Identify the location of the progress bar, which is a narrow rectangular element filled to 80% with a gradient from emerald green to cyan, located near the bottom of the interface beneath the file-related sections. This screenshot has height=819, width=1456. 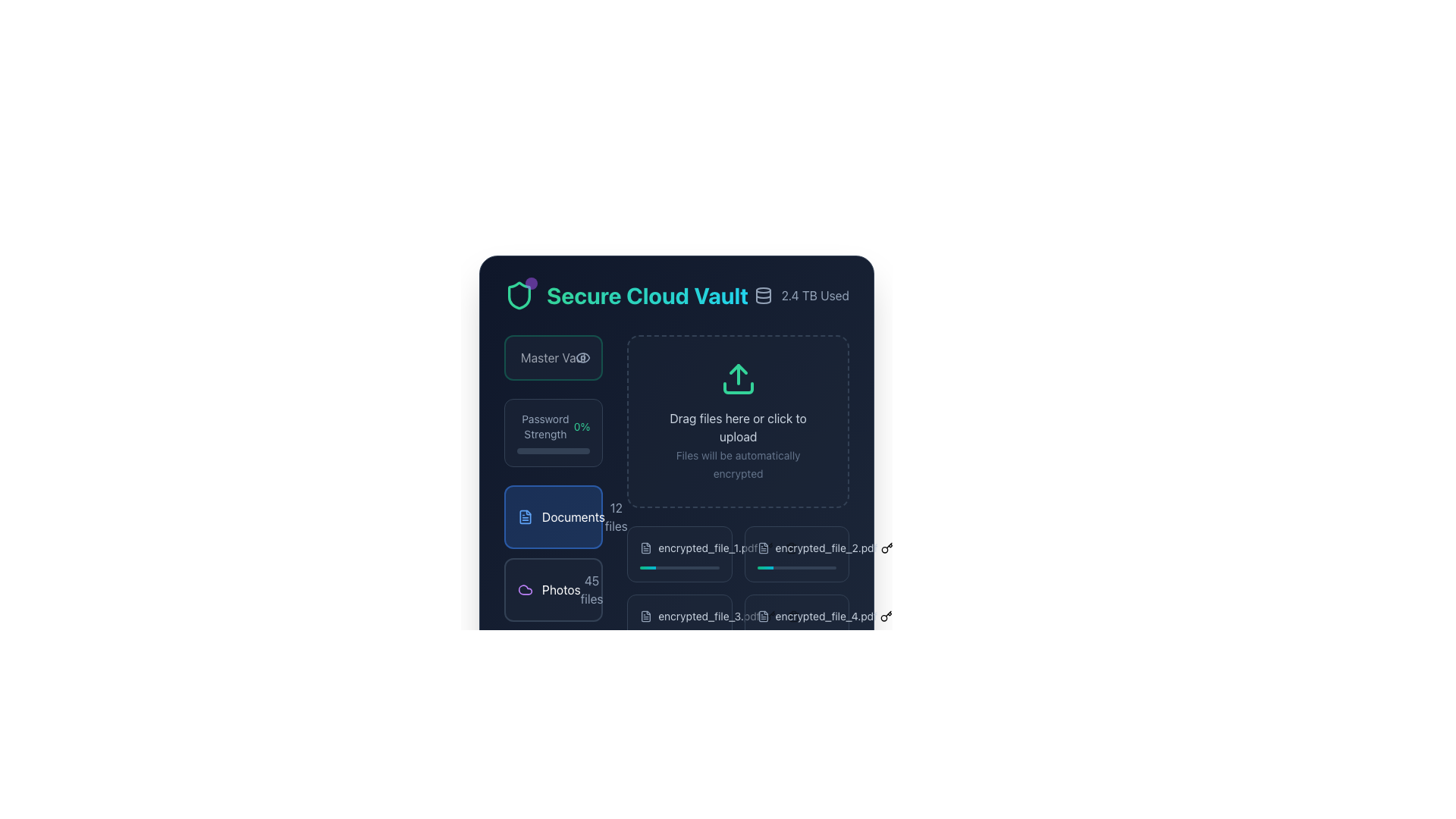
(671, 636).